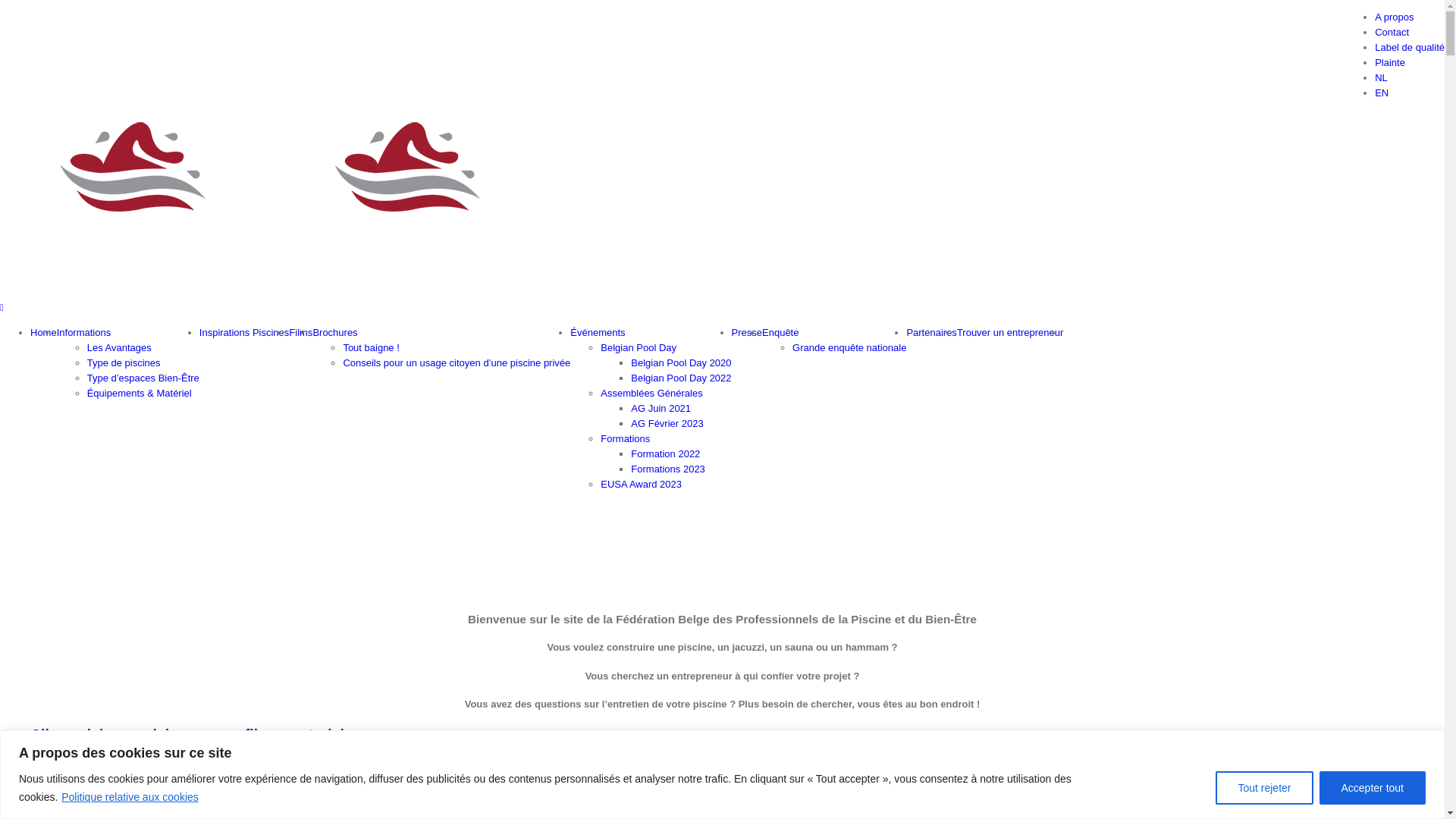  I want to click on 'Belgian Pool Day', so click(638, 347).